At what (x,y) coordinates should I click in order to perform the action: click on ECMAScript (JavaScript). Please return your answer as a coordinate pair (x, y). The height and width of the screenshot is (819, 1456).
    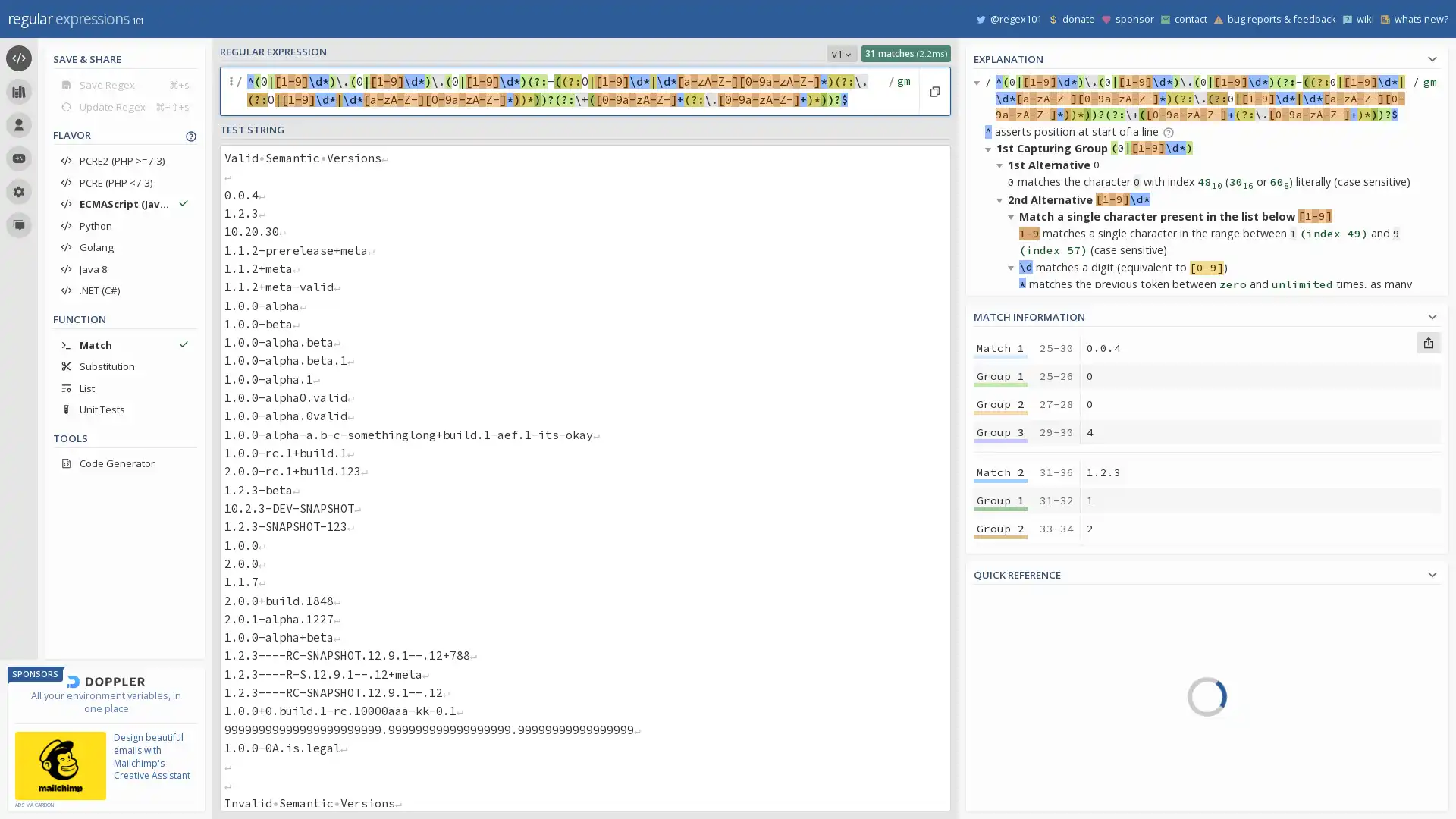
    Looking at the image, I should click on (124, 203).